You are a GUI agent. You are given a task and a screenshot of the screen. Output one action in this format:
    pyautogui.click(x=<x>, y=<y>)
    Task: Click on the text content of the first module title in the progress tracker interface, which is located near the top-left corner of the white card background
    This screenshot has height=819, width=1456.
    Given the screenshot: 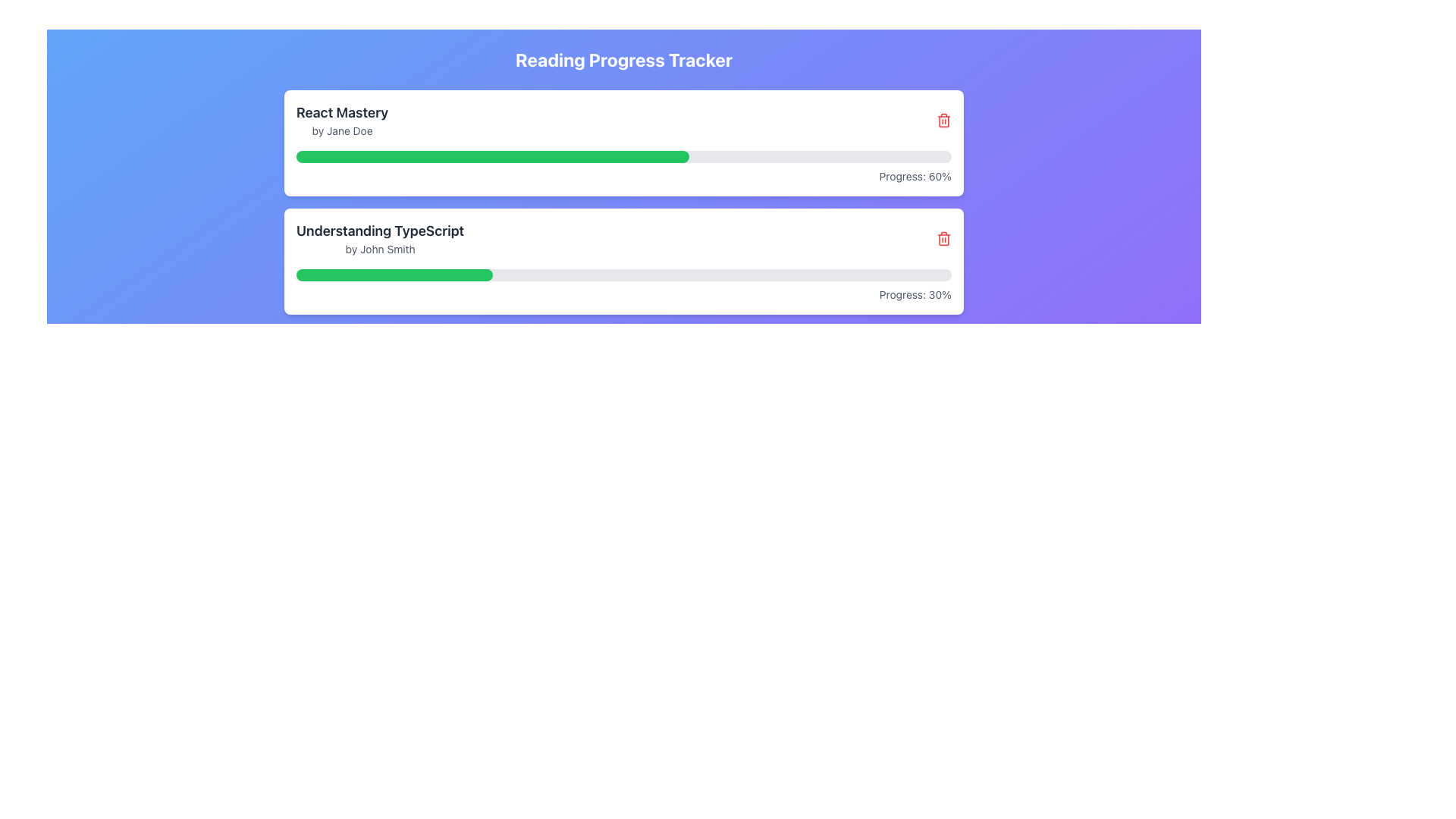 What is the action you would take?
    pyautogui.click(x=341, y=119)
    